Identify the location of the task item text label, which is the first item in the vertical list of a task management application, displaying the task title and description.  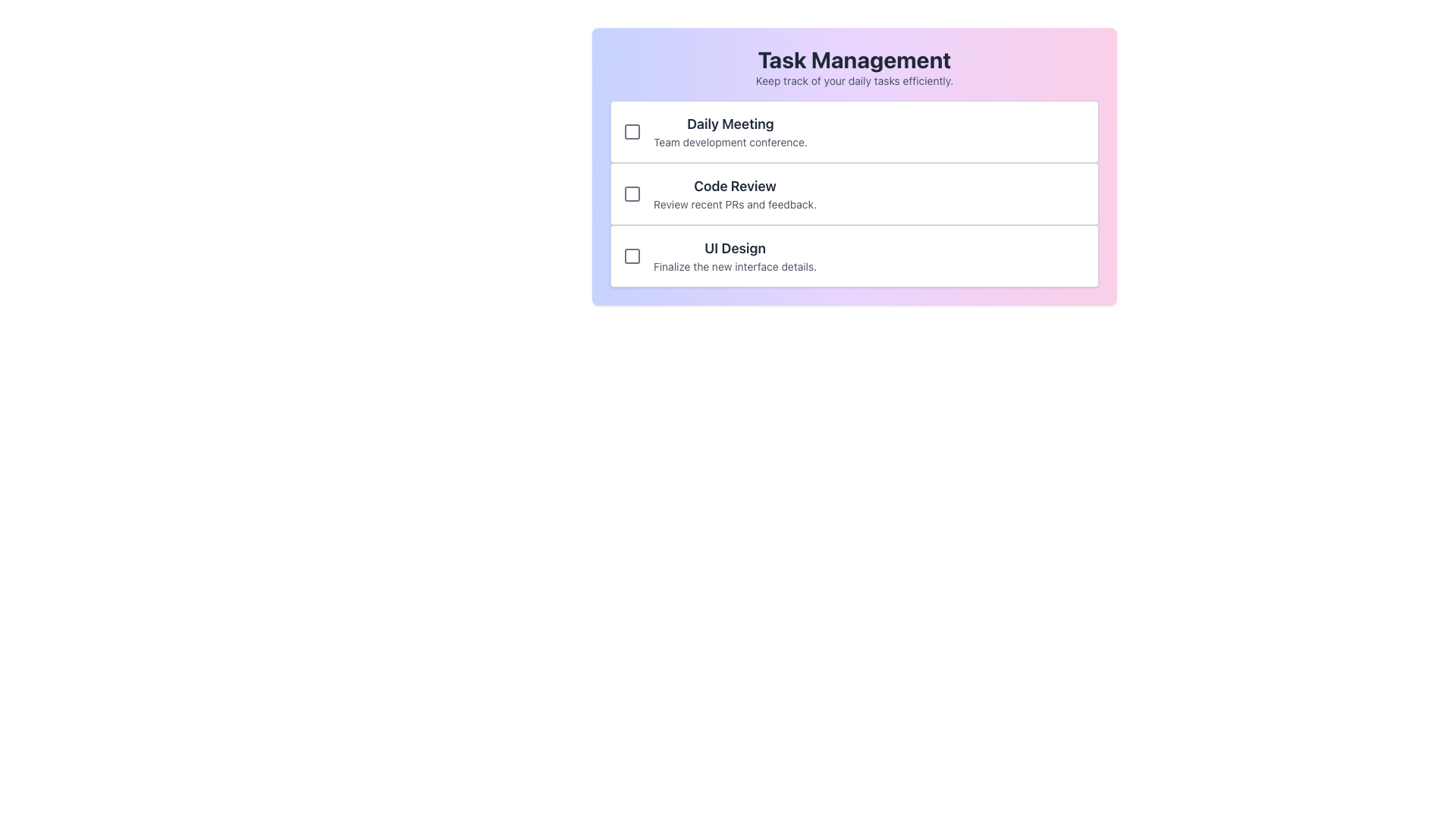
(730, 130).